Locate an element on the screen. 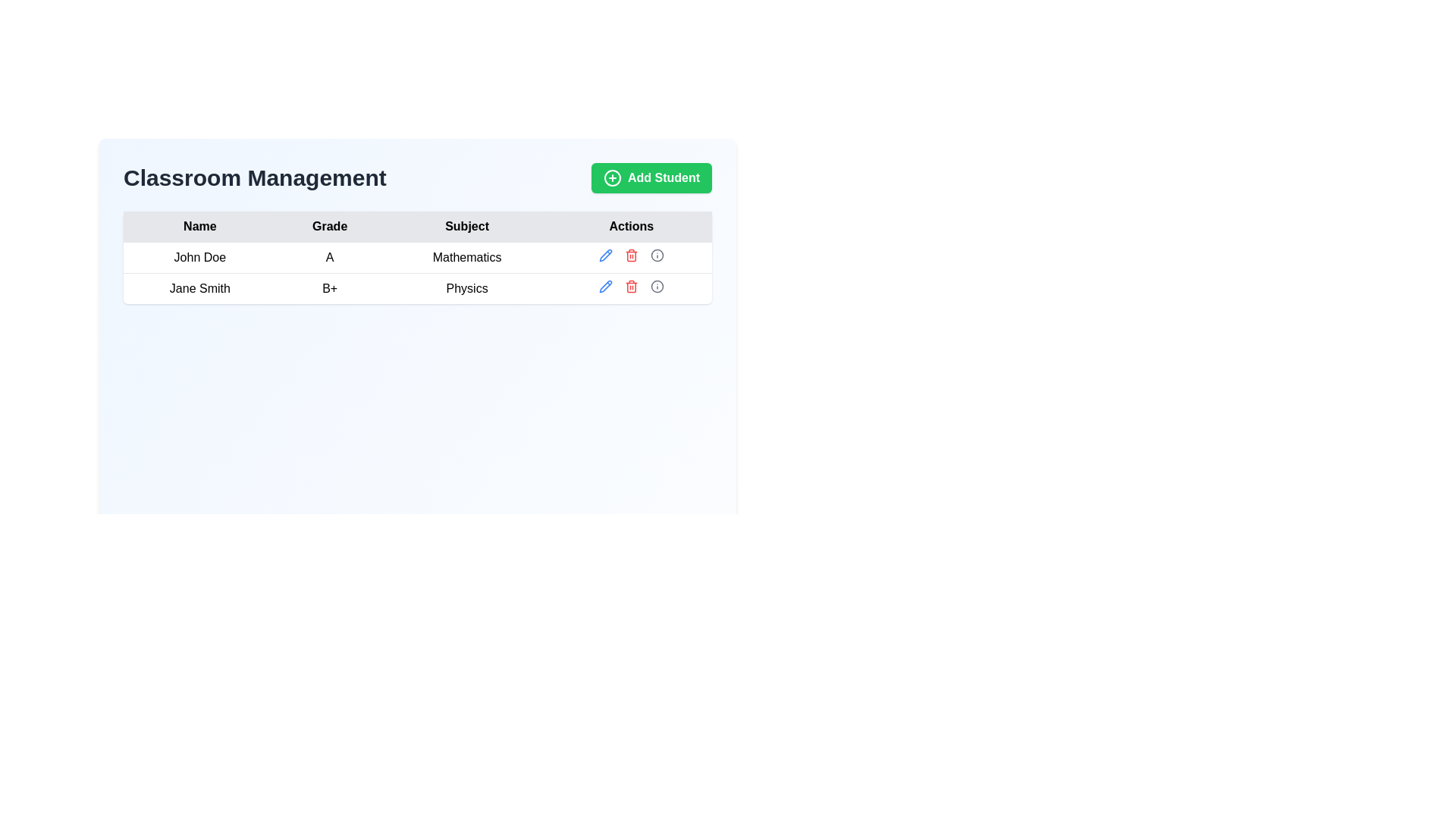 The width and height of the screenshot is (1456, 819). the circular information icon with a gray border located is located at coordinates (657, 254).